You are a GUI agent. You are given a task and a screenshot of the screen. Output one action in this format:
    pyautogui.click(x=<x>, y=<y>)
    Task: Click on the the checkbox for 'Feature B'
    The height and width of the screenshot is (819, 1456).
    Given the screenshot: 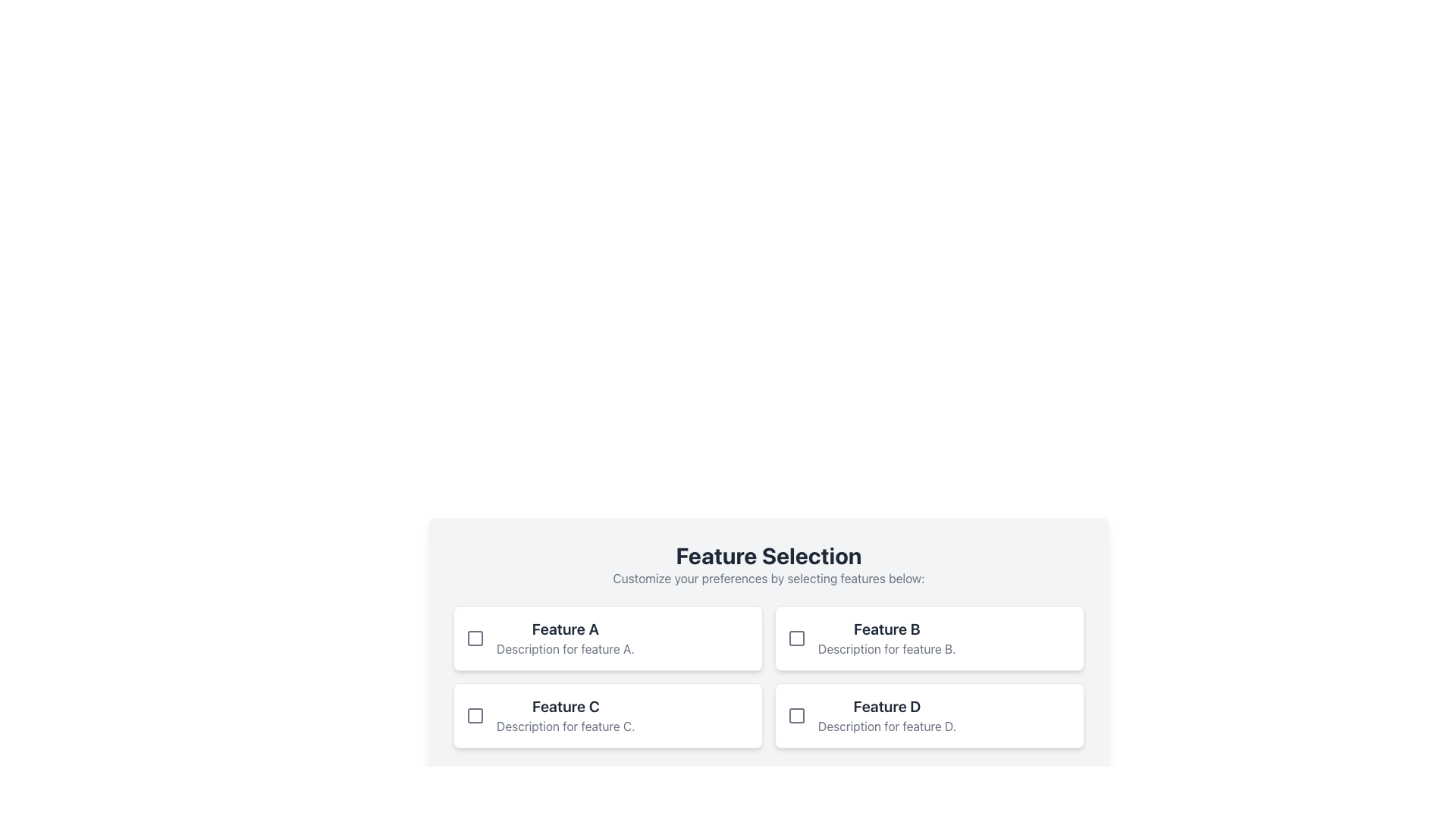 What is the action you would take?
    pyautogui.click(x=796, y=638)
    